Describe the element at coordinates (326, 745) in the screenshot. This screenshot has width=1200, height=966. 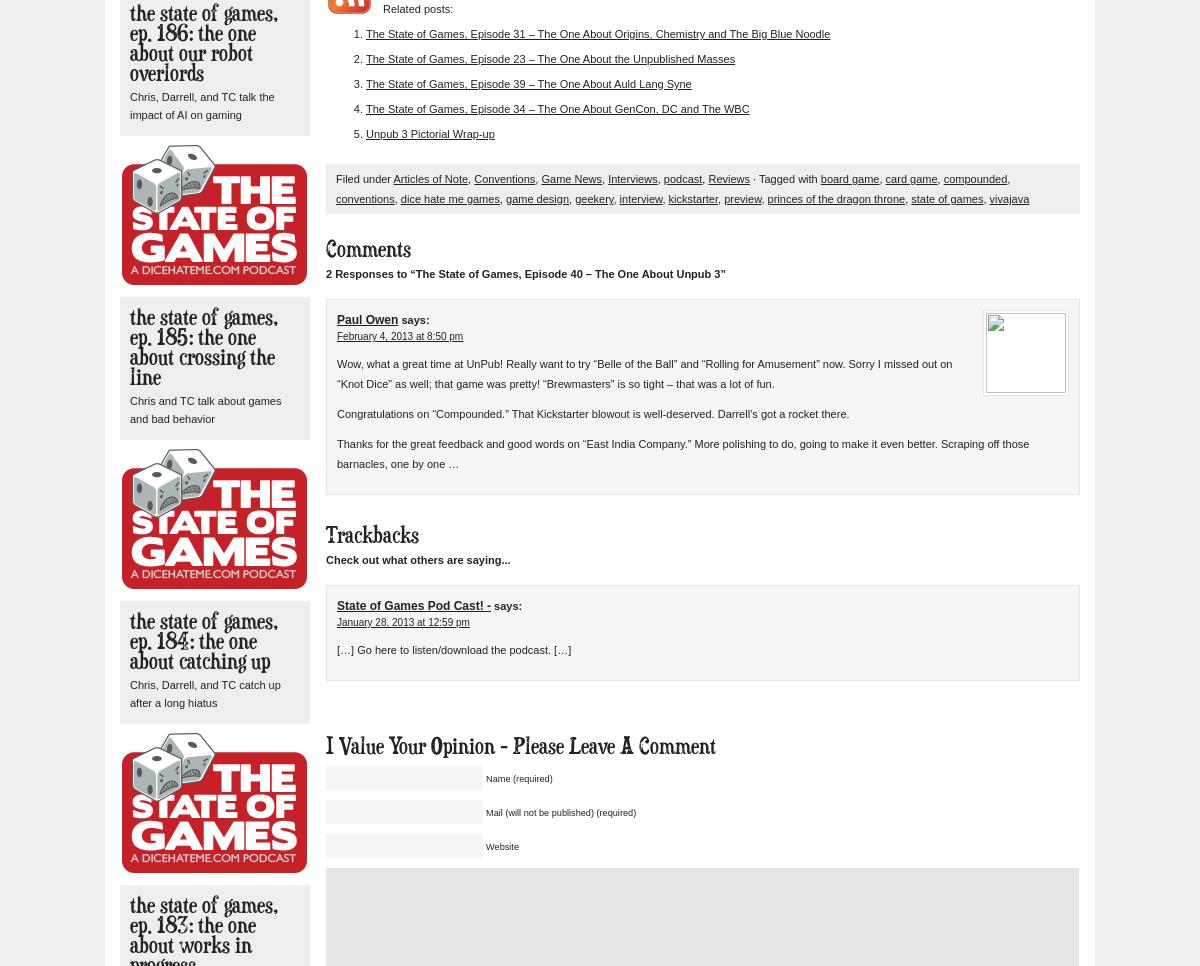
I see `'I Value Your Opinion - Please Leave A Comment'` at that location.